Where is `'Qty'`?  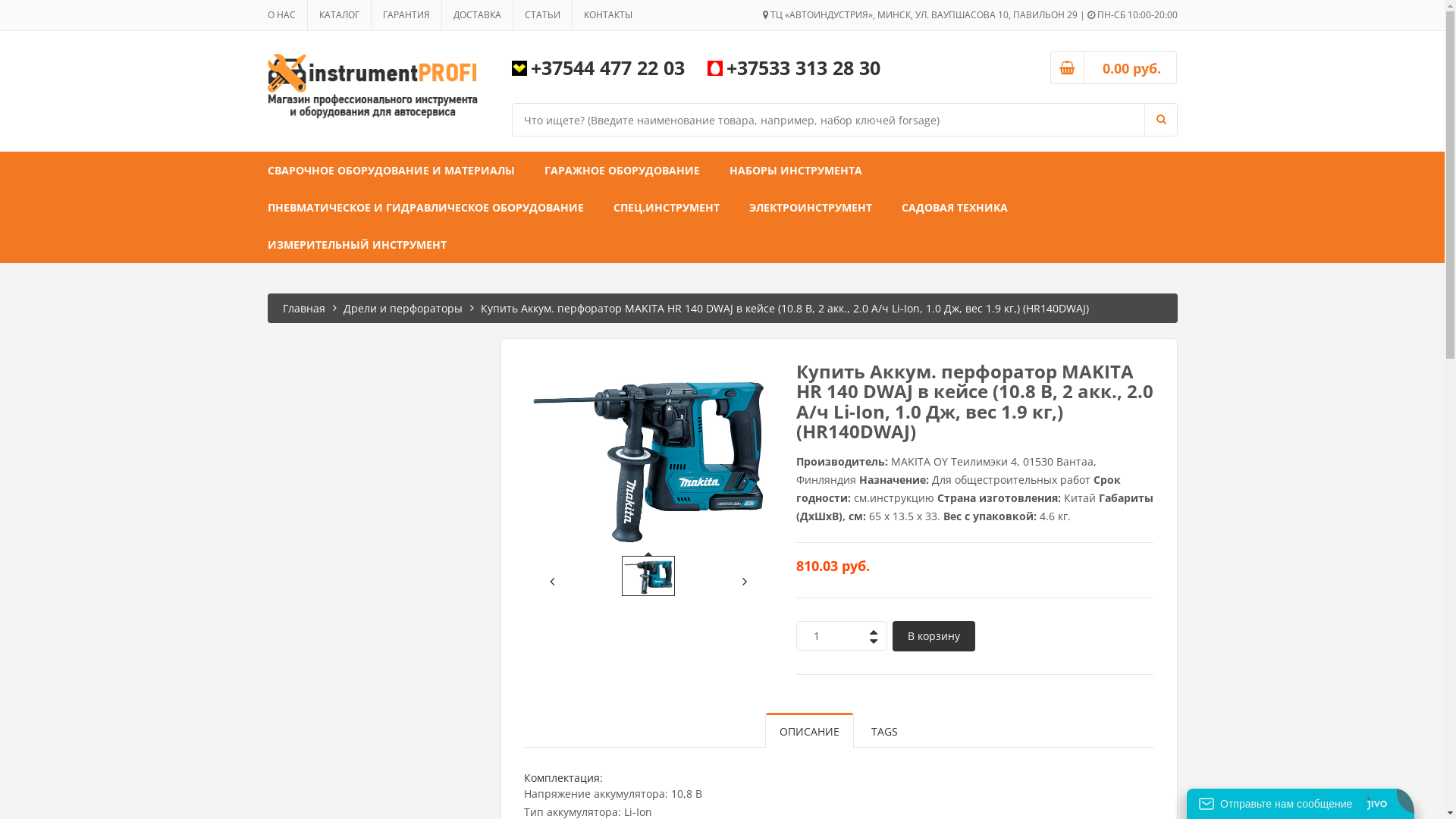
'Qty' is located at coordinates (811, 635).